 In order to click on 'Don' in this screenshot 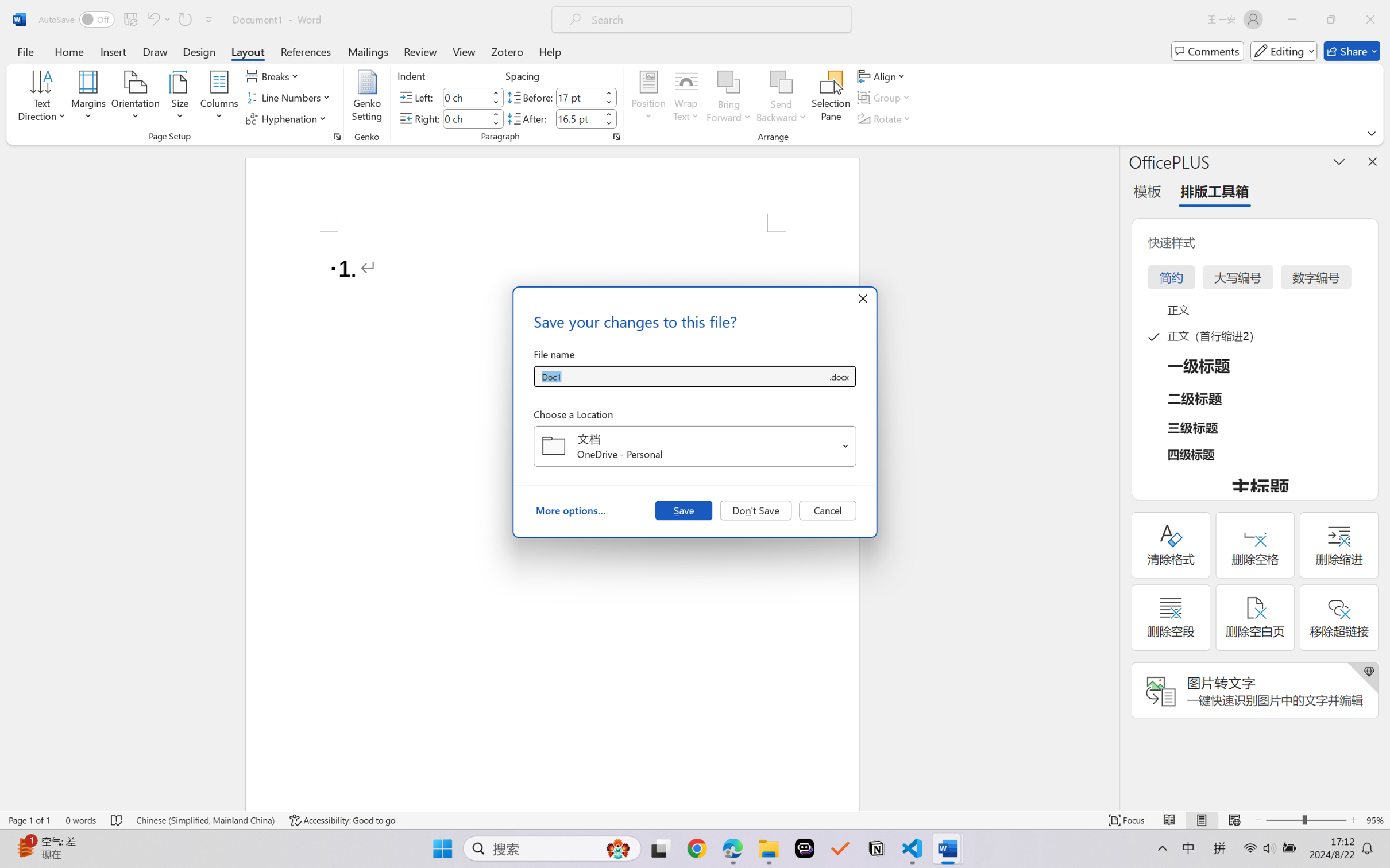, I will do `click(755, 509)`.